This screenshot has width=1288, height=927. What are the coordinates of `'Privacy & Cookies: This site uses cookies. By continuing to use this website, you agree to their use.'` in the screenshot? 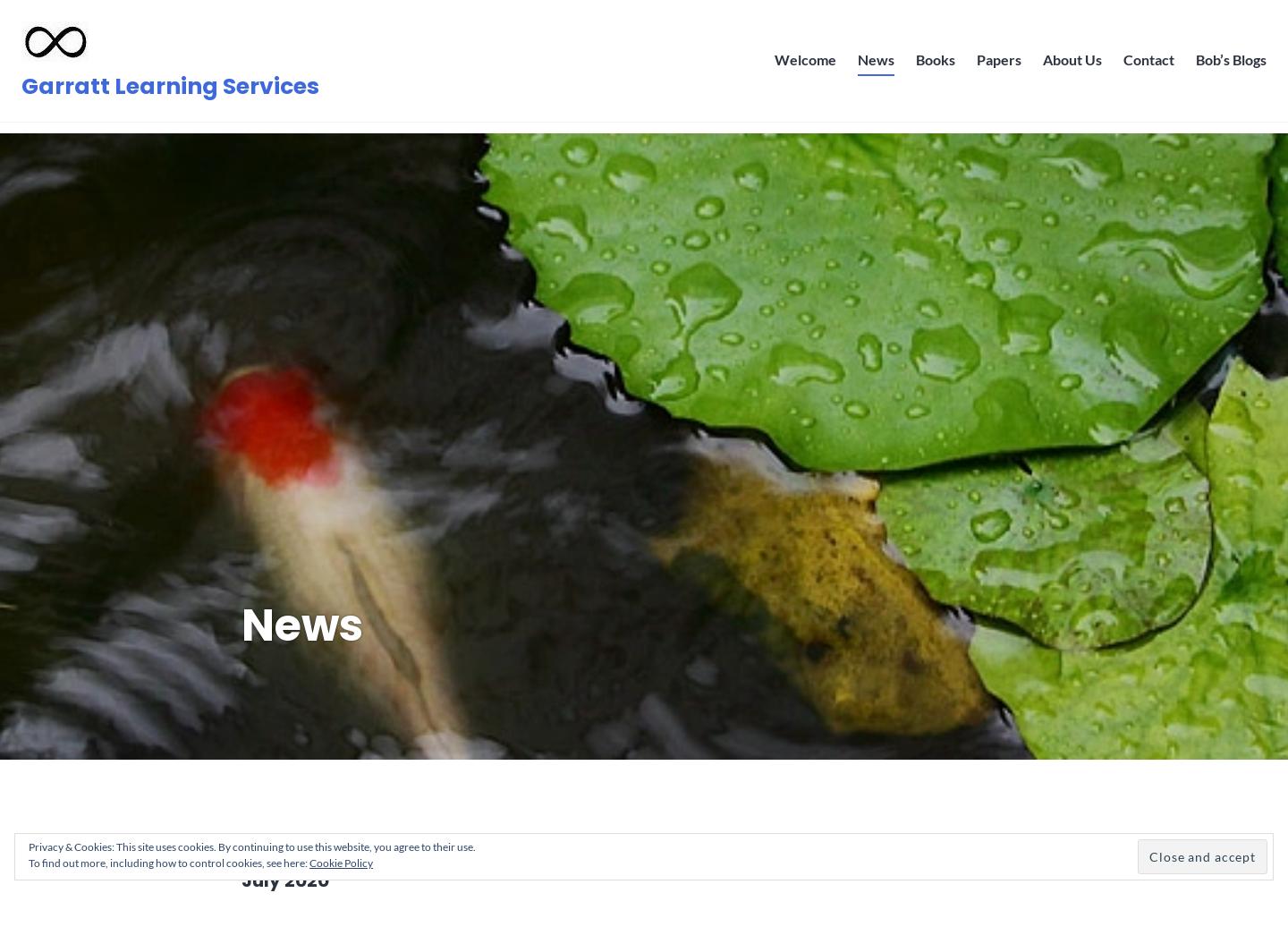 It's located at (250, 846).